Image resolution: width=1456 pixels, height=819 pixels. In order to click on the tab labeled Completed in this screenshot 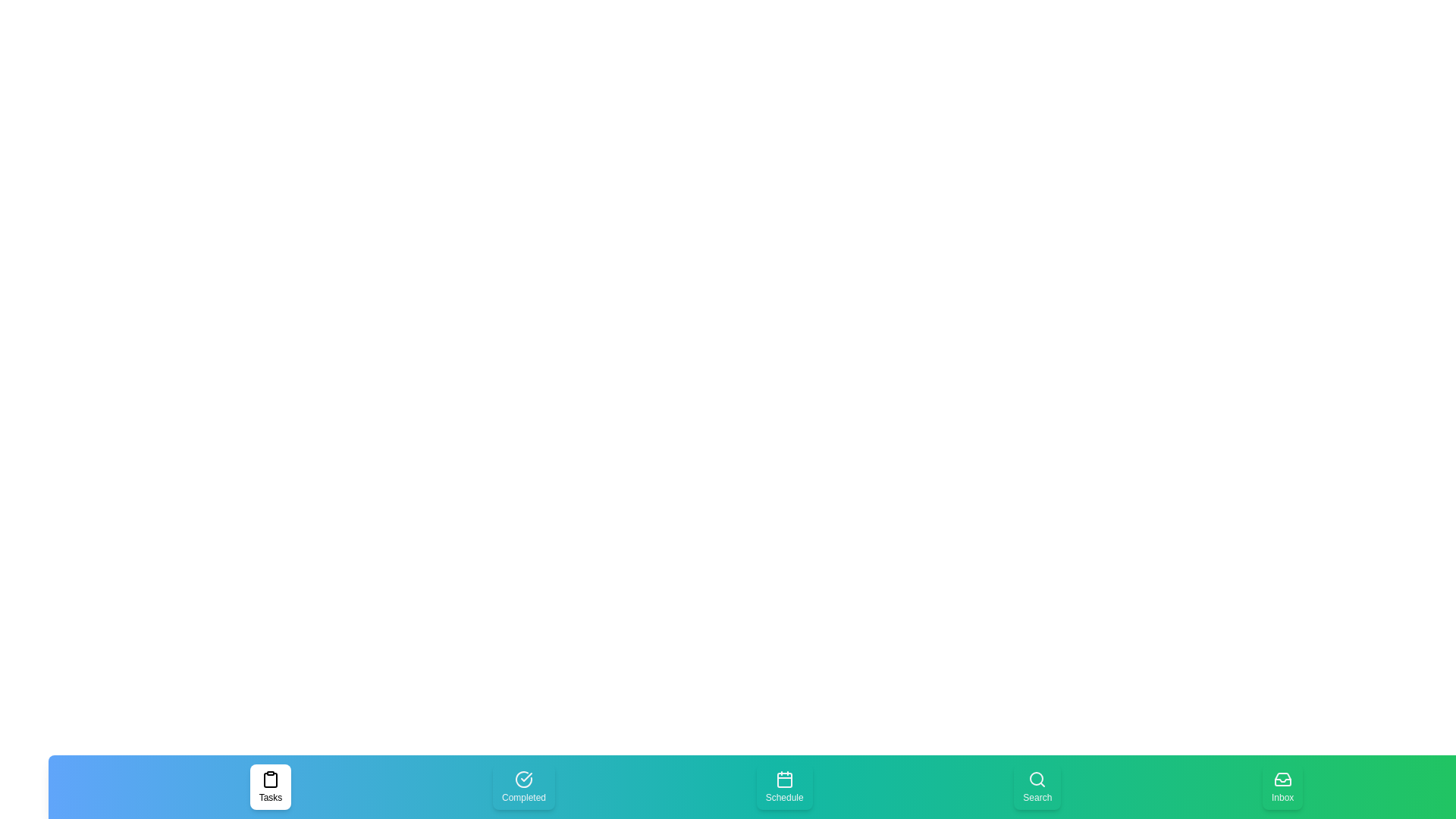, I will do `click(524, 786)`.